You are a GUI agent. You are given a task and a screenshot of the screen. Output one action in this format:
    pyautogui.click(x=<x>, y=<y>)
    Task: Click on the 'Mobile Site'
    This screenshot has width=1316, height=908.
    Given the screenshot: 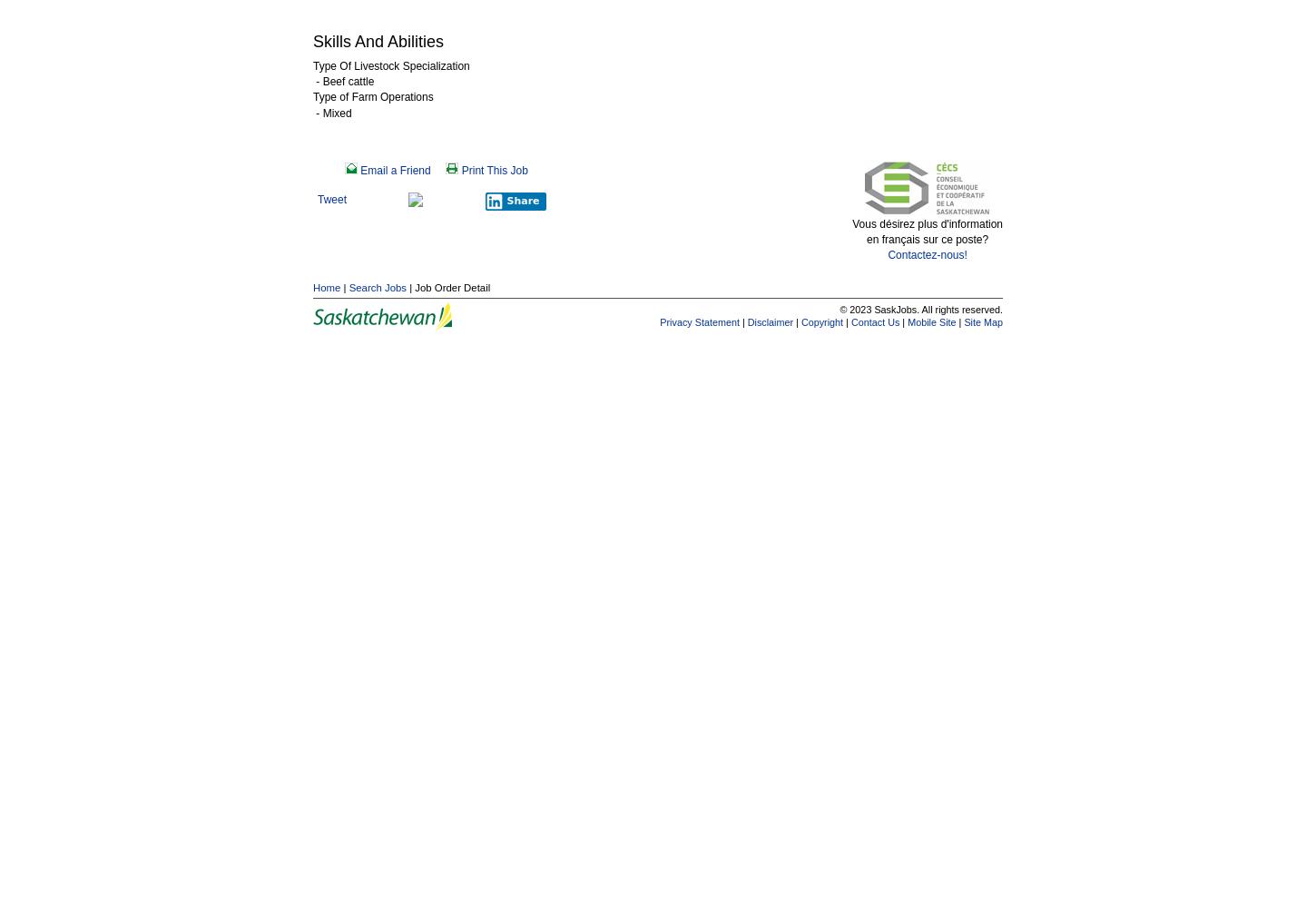 What is the action you would take?
    pyautogui.click(x=931, y=321)
    